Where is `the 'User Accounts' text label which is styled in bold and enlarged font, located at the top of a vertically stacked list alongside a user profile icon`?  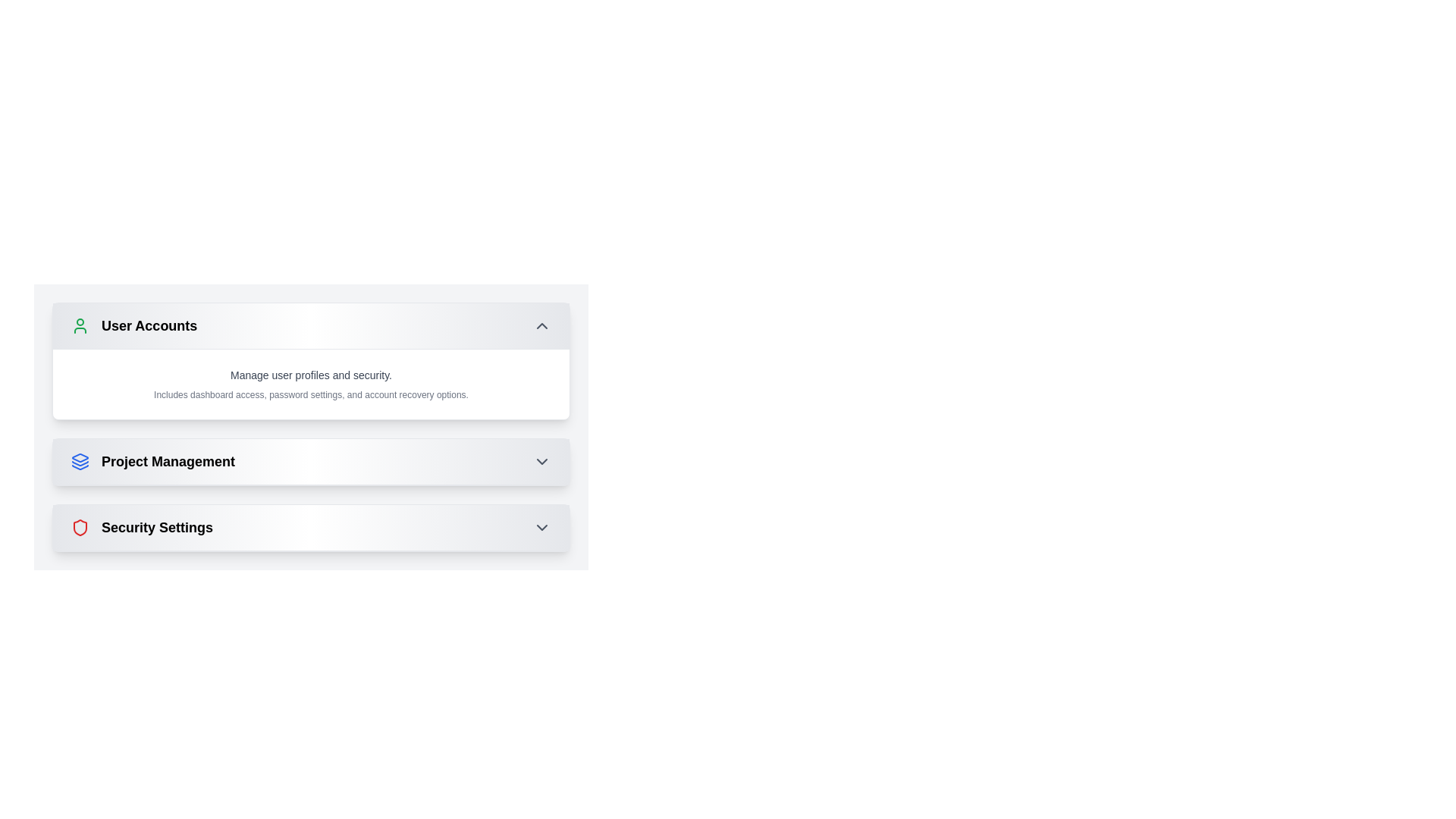
the 'User Accounts' text label which is styled in bold and enlarged font, located at the top of a vertically stacked list alongside a user profile icon is located at coordinates (149, 325).